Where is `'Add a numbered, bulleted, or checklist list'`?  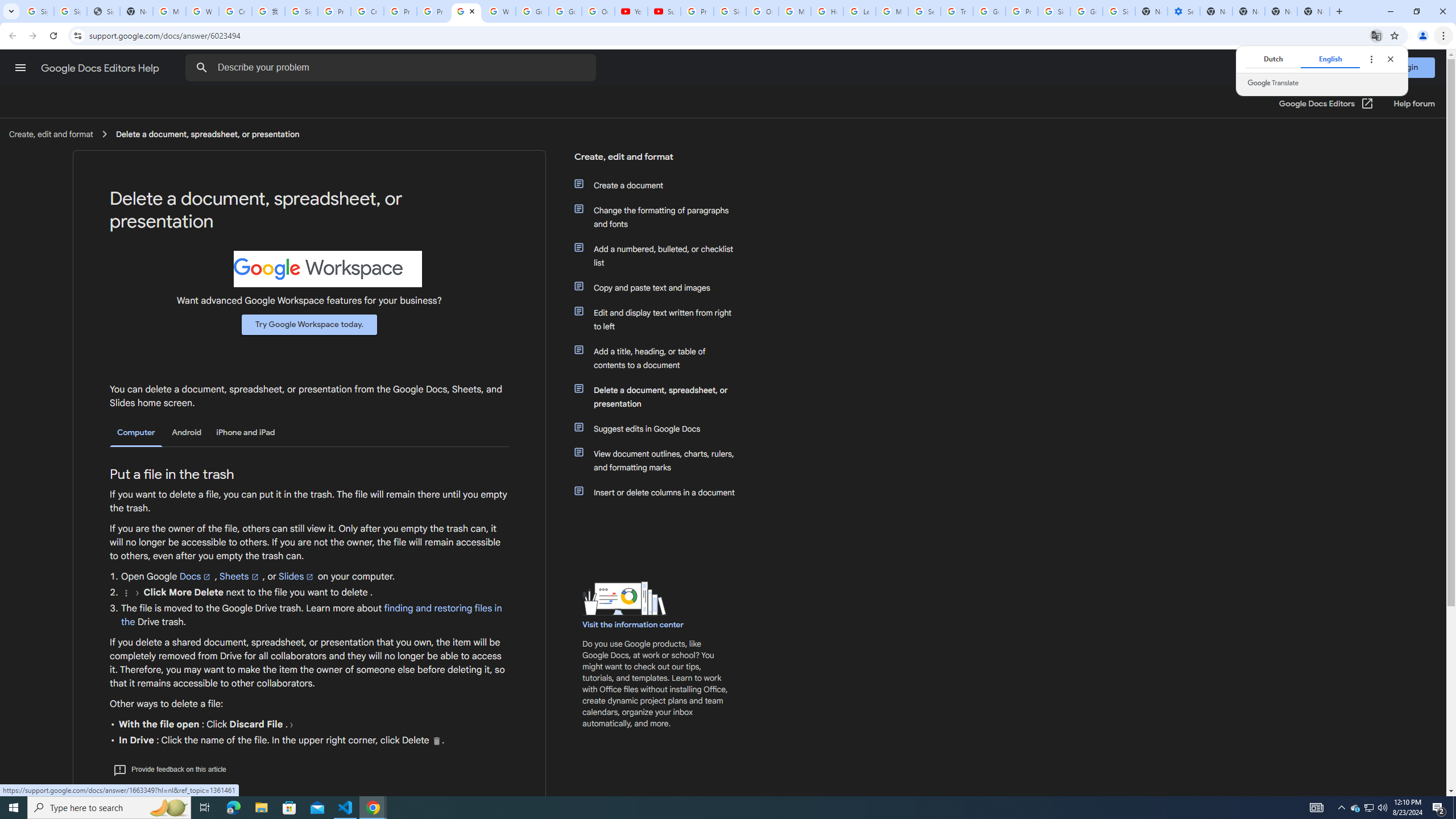
'Add a numbered, bulleted, or checklist list' is located at coordinates (661, 255).